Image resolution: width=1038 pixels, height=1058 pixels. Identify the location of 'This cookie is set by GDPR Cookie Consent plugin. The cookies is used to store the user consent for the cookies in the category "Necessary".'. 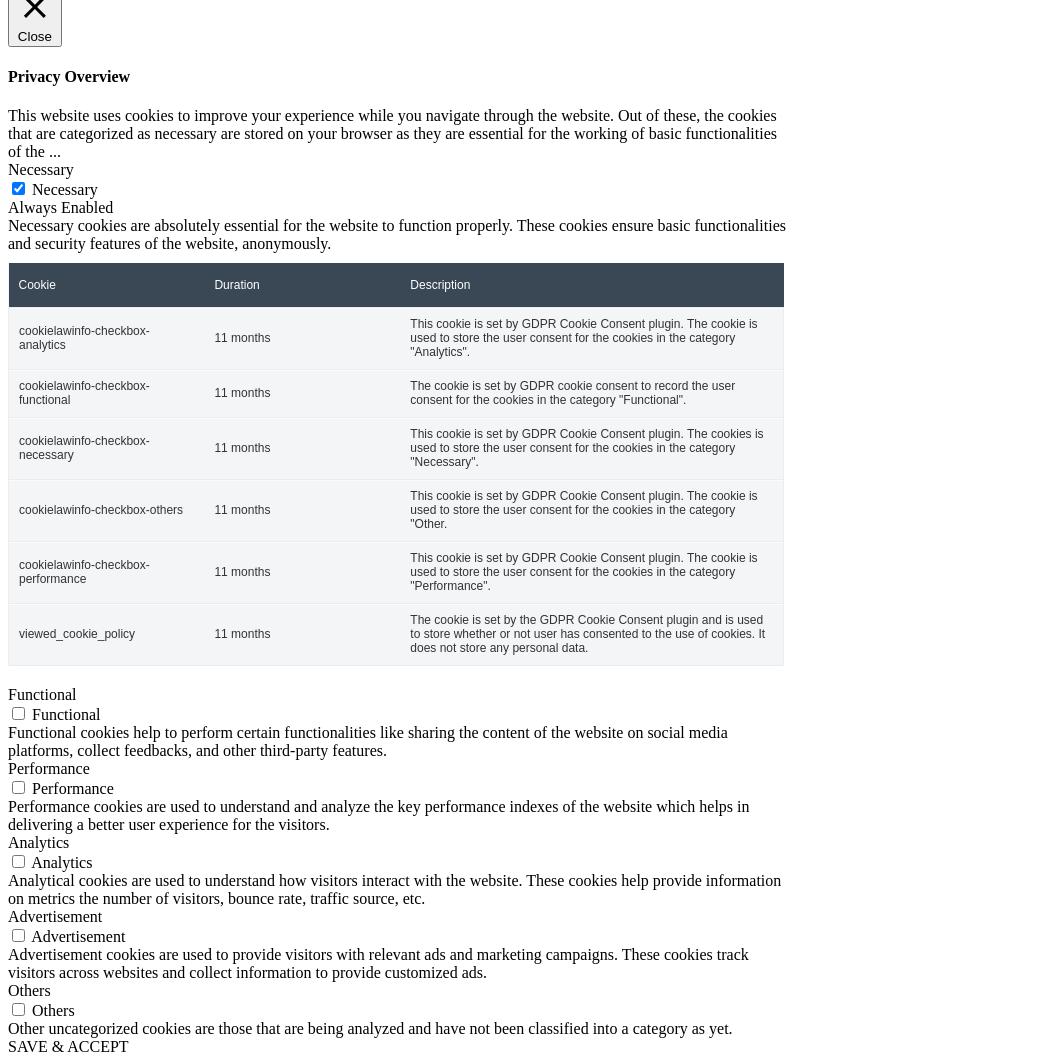
(410, 446).